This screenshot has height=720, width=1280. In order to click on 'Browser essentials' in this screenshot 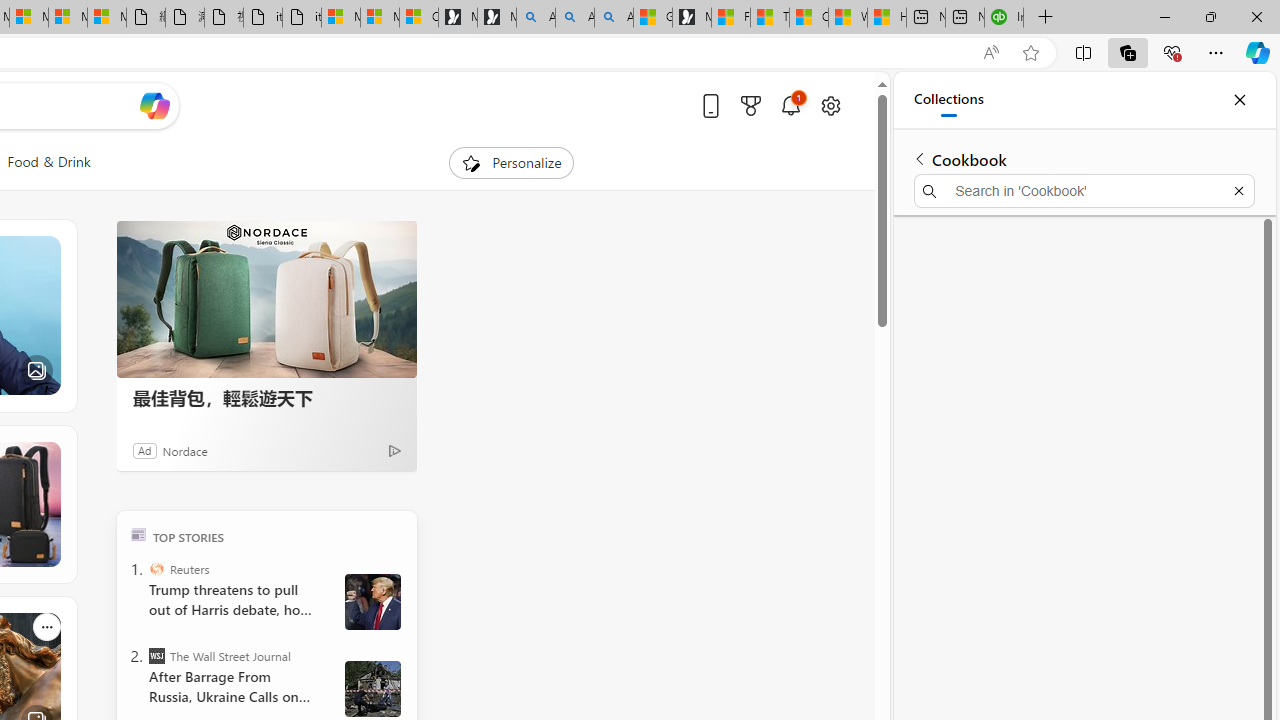, I will do `click(1171, 51)`.